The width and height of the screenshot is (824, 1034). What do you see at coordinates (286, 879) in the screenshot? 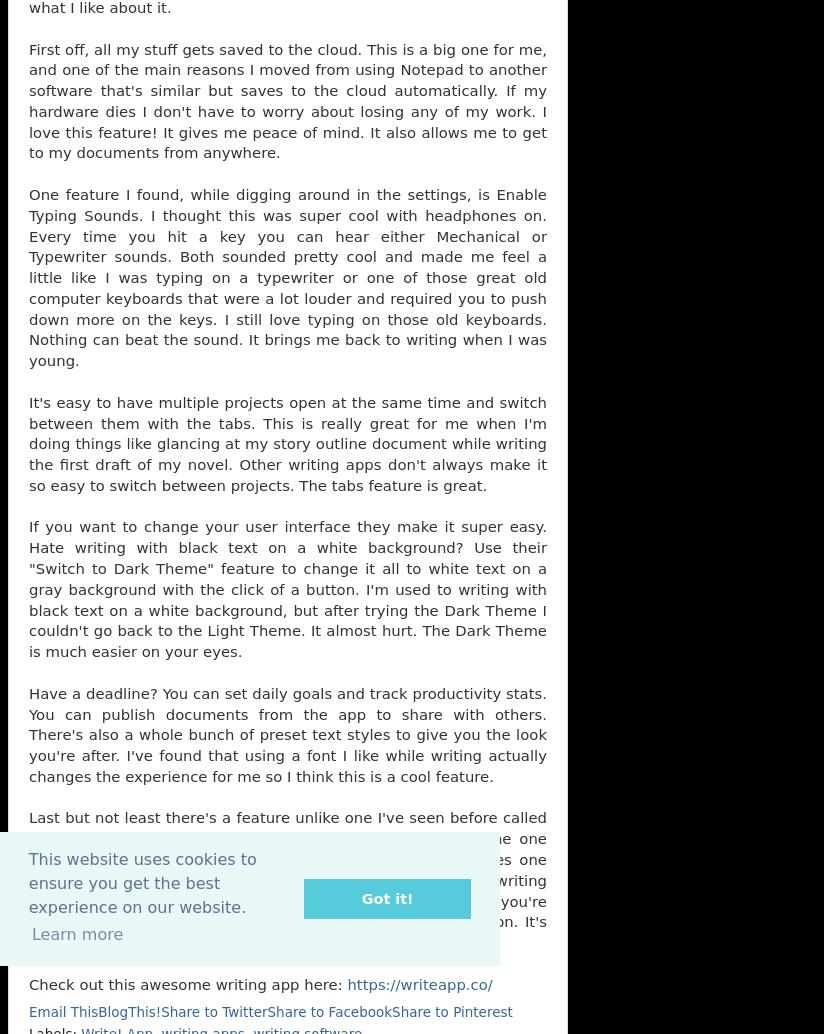
I see `'Last but not least there's a feature unlike one I've seen before called focus mode. This fades out all the paragraphs except for the one you're working on. Don't knock it until you've tried it. It goes one step further in helping you have a distraction-free writing environment. It almost guides your eyes to the paragraph you're writing and makes the rest of the UI fade out of your attention. It's pretty cool.'` at bounding box center [286, 879].